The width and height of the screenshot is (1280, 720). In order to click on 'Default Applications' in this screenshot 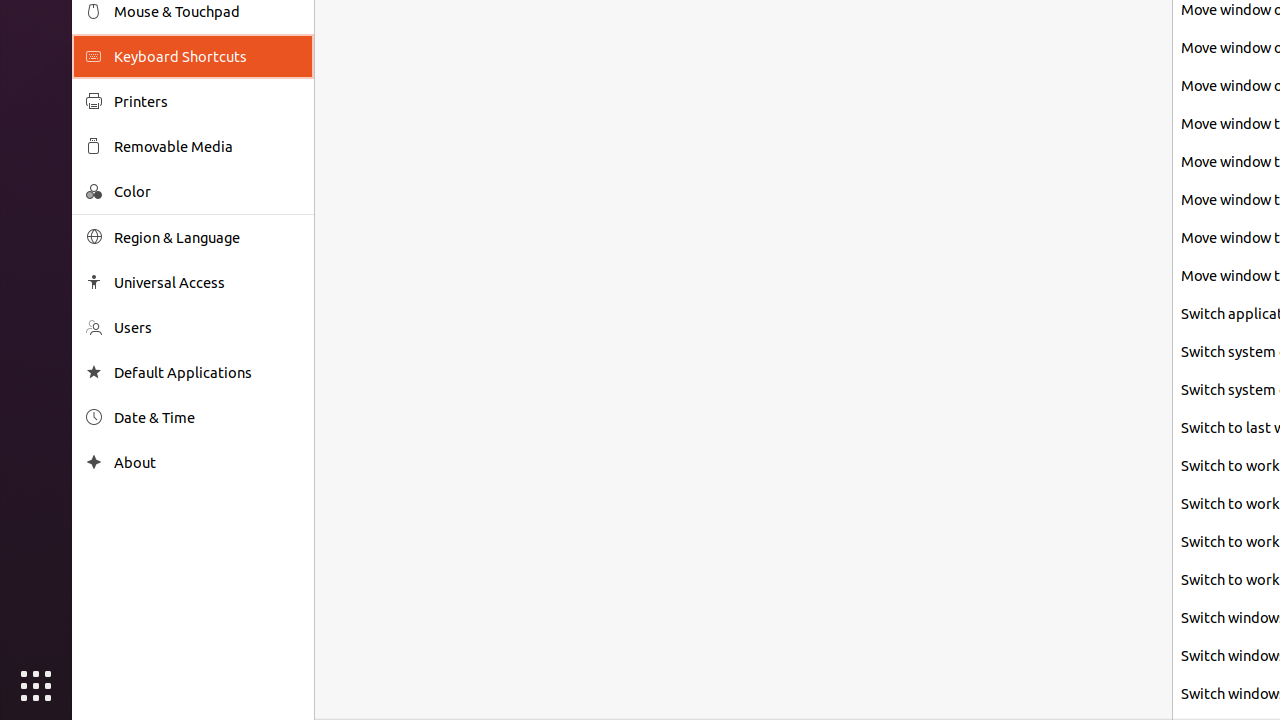, I will do `click(206, 372)`.